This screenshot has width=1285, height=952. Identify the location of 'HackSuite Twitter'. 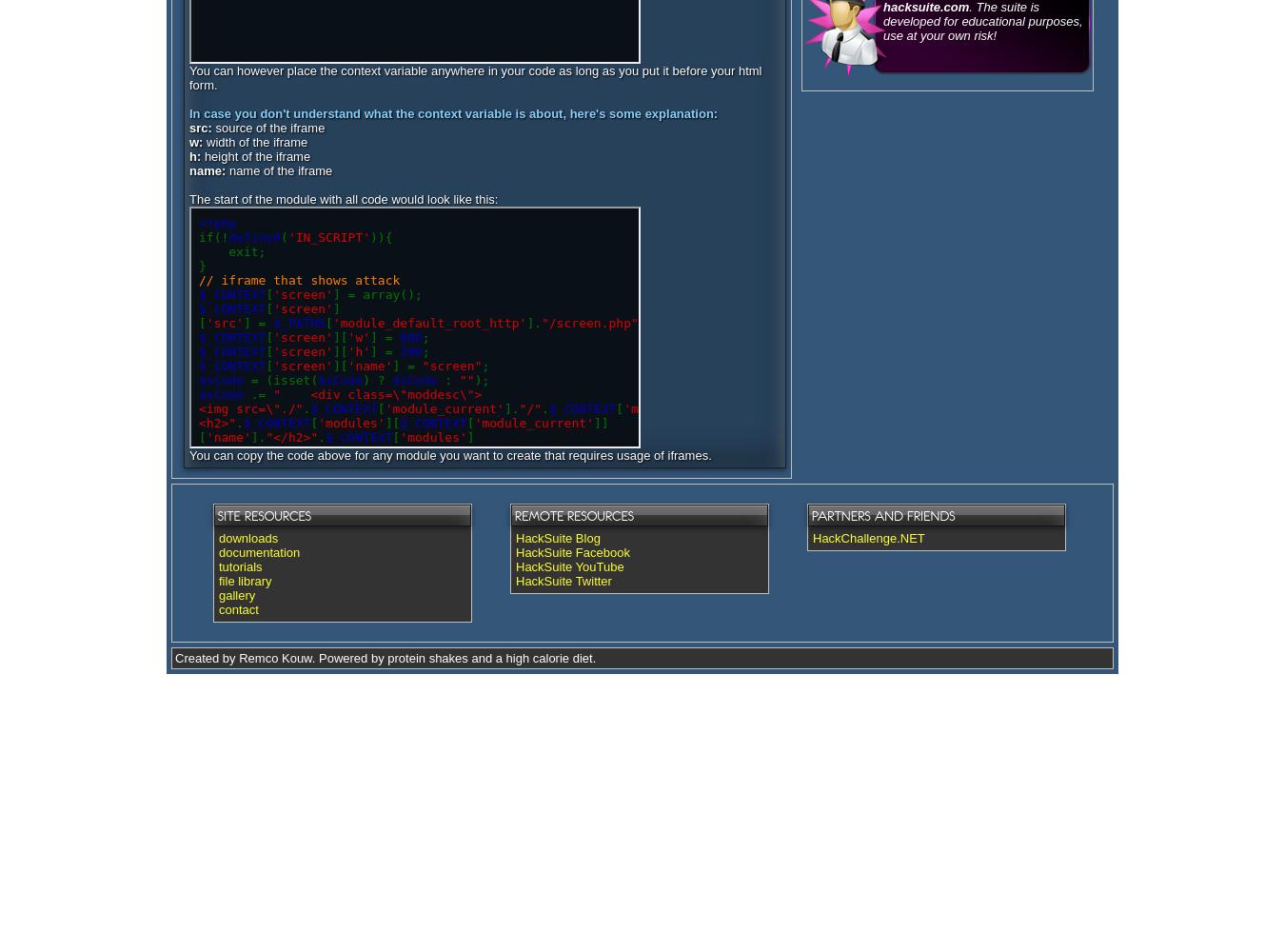
(515, 580).